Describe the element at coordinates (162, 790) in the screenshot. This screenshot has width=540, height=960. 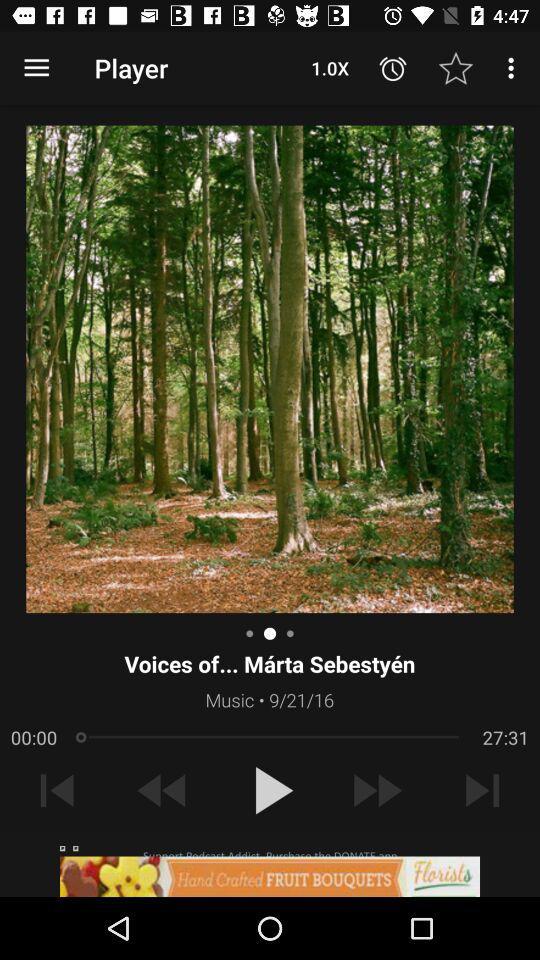
I see `the av_rewind icon` at that location.